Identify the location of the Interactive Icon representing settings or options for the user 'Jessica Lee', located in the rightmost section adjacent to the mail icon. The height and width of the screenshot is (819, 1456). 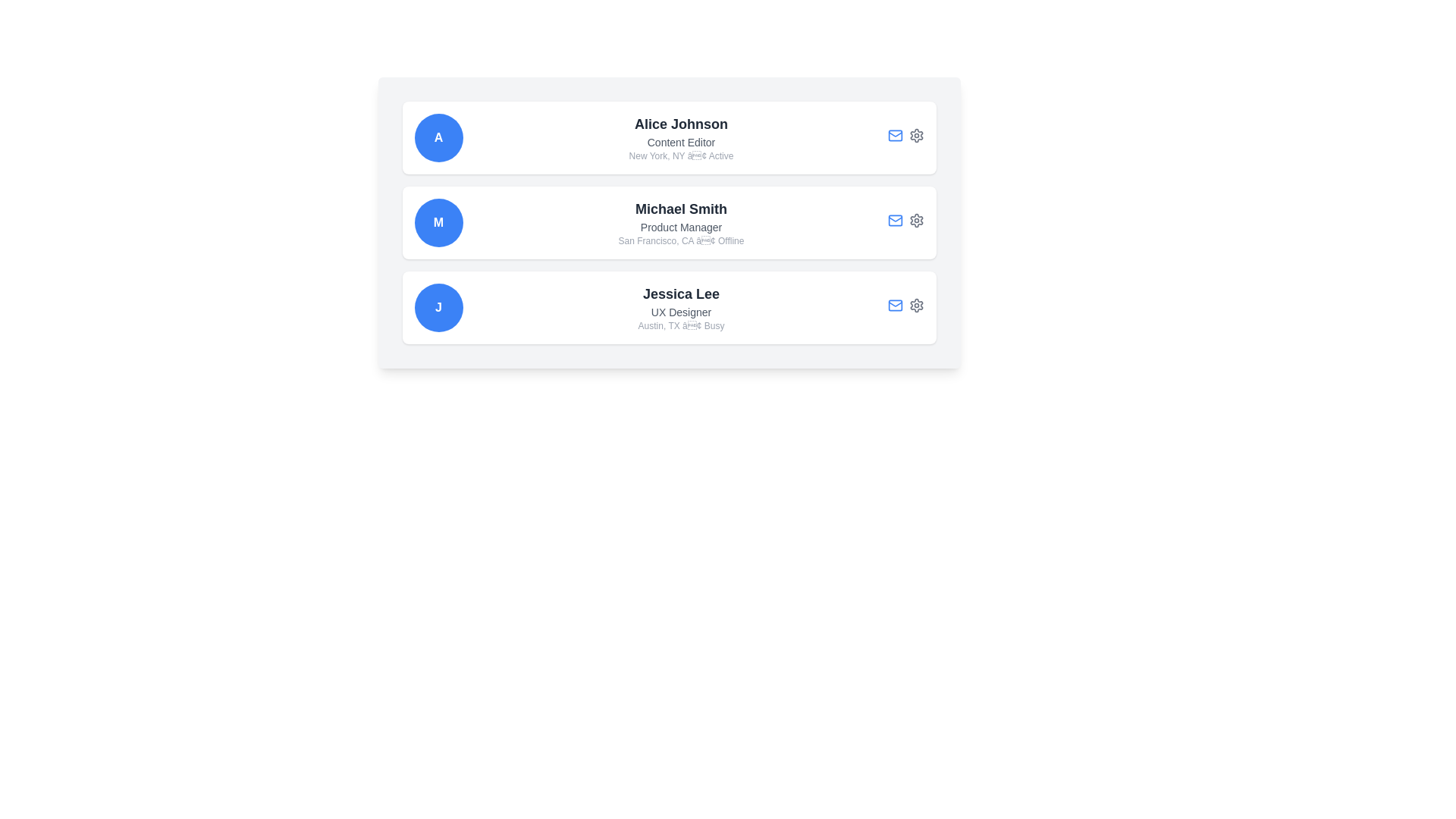
(915, 305).